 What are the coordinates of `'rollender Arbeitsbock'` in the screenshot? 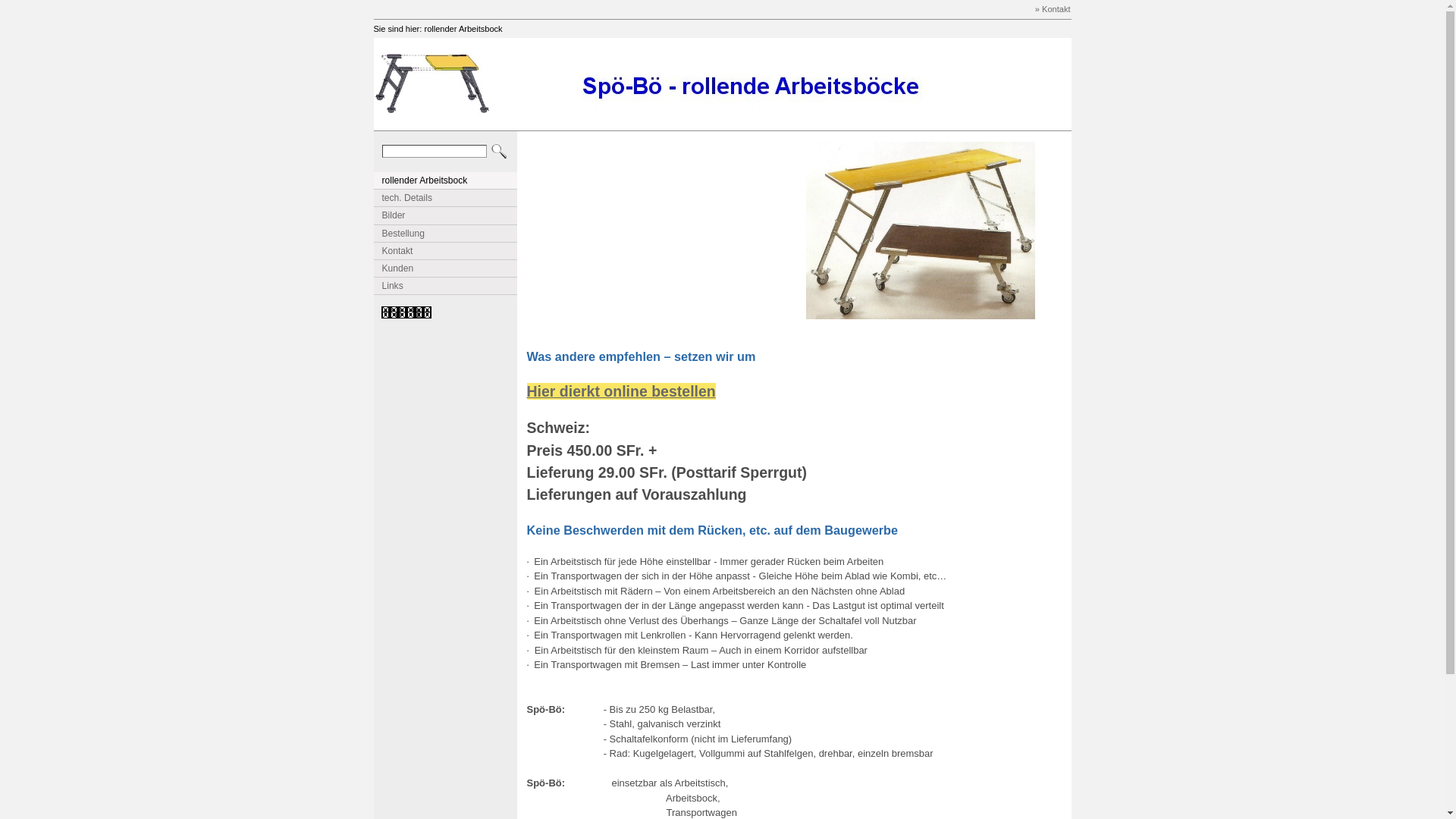 It's located at (423, 29).